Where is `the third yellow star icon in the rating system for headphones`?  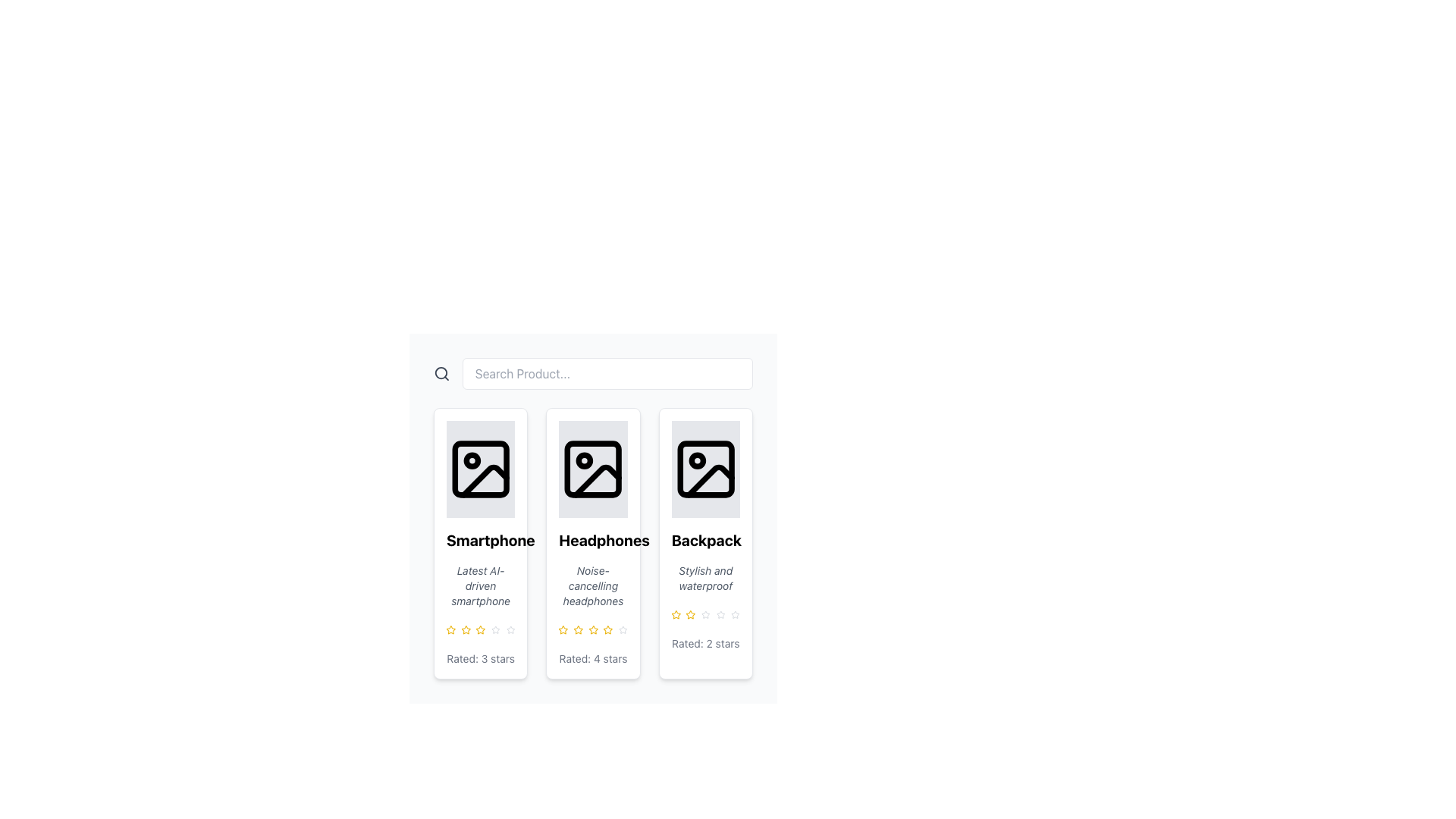
the third yellow star icon in the rating system for headphones is located at coordinates (577, 629).